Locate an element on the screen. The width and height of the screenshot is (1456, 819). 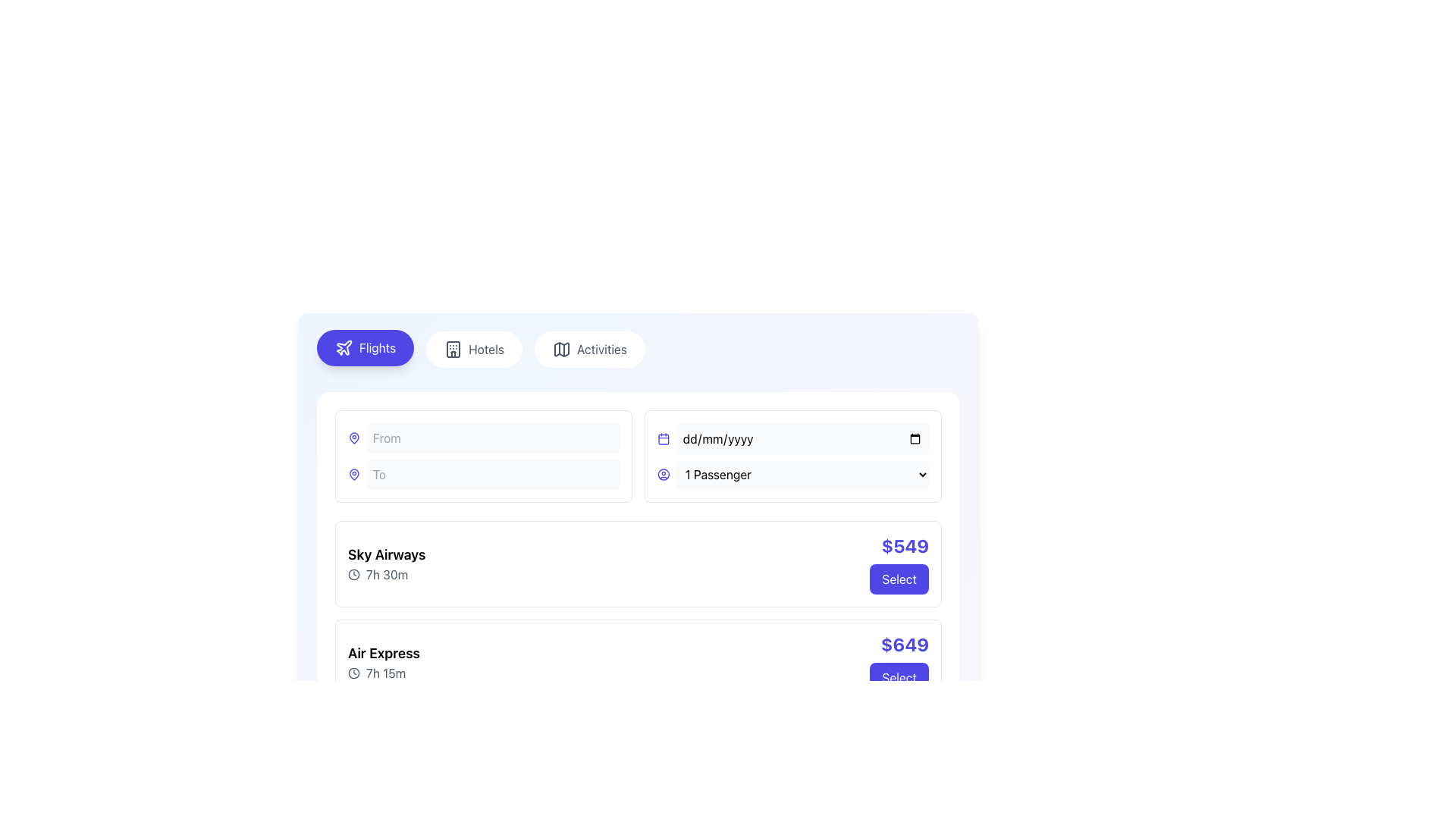
the dropdown menu for selecting the number of passengers in the booking application is located at coordinates (801, 473).